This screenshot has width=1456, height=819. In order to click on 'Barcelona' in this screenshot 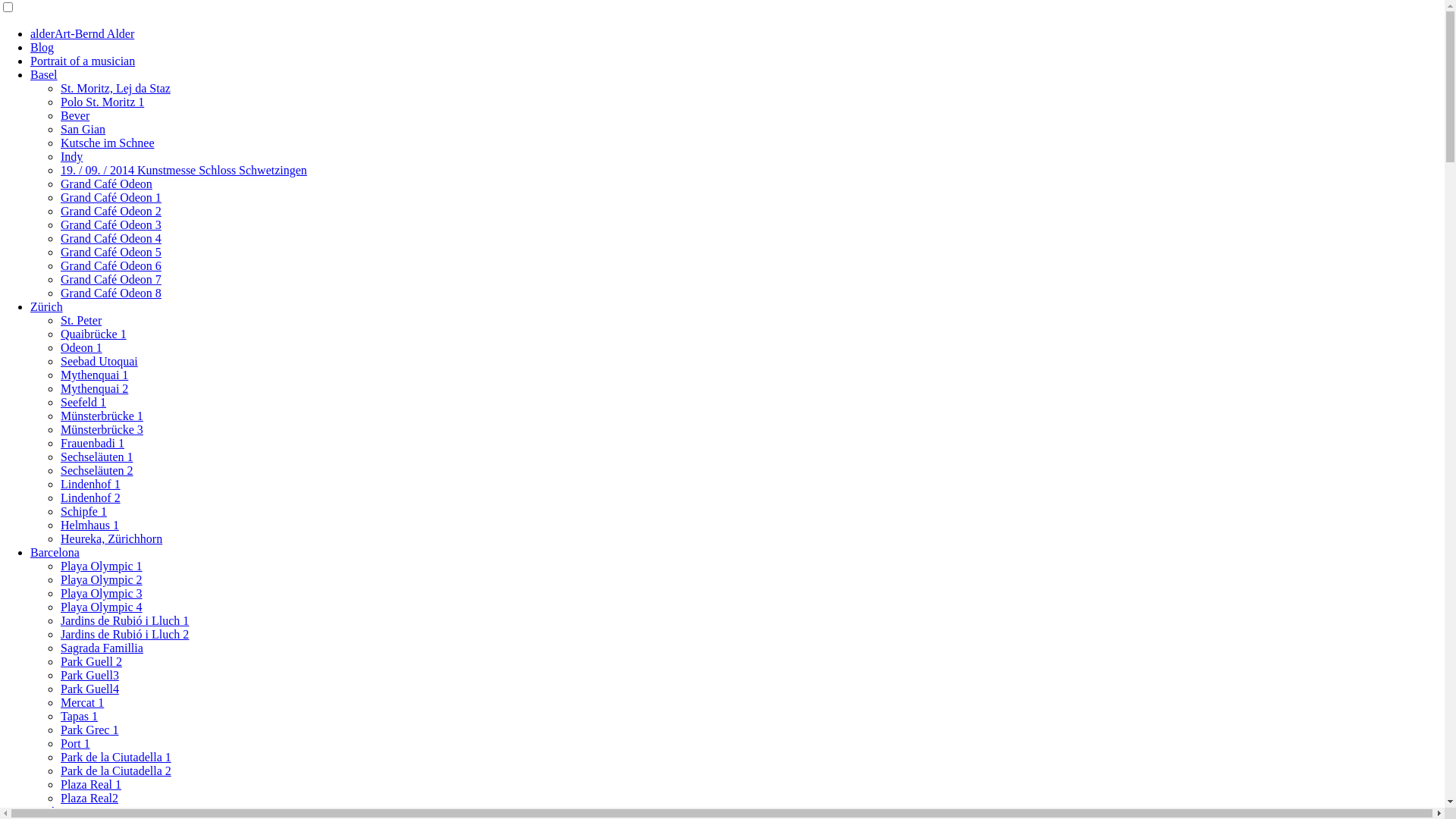, I will do `click(55, 552)`.